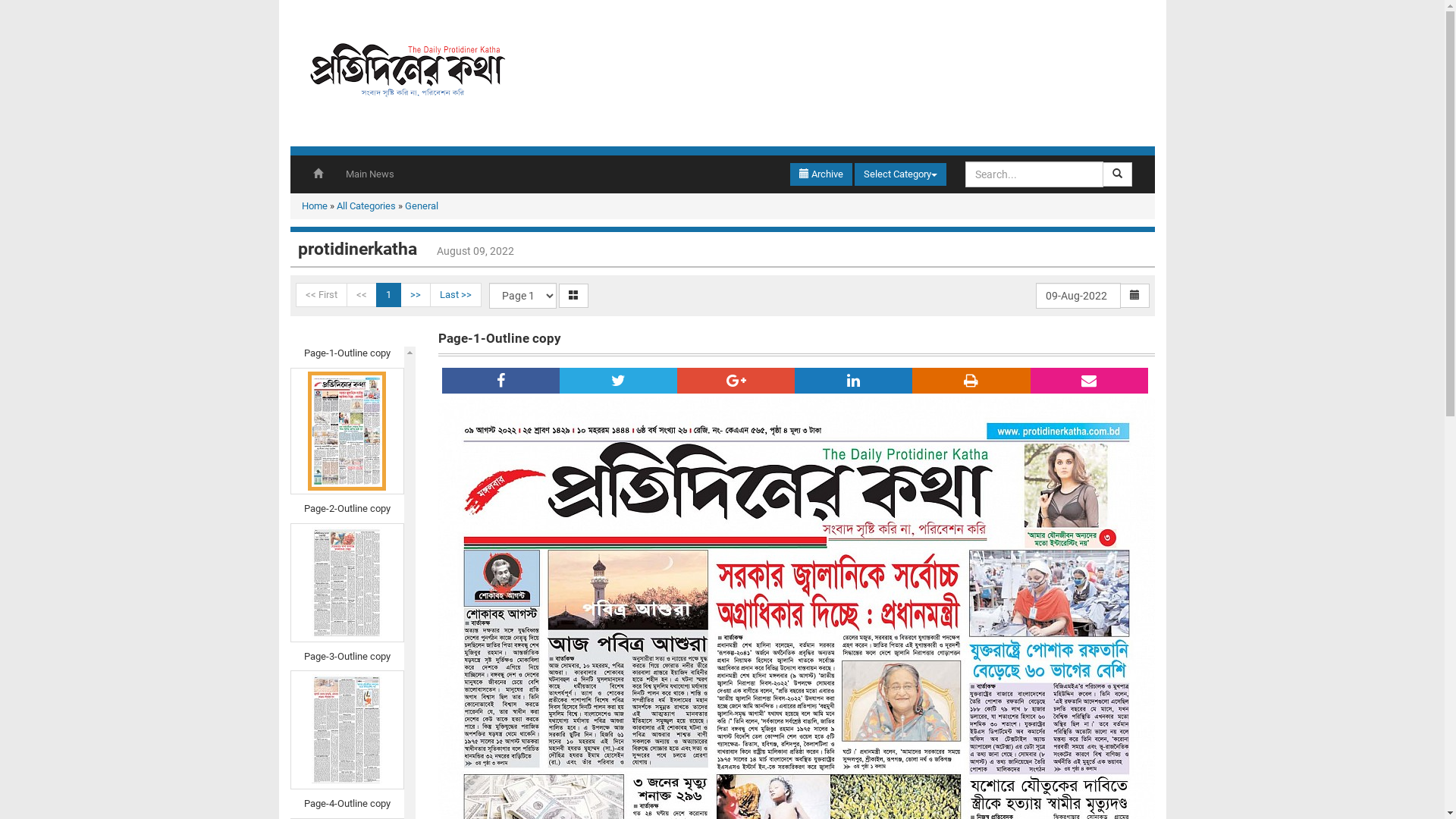 This screenshot has width=1456, height=819. What do you see at coordinates (359, 295) in the screenshot?
I see `'<<'` at bounding box center [359, 295].